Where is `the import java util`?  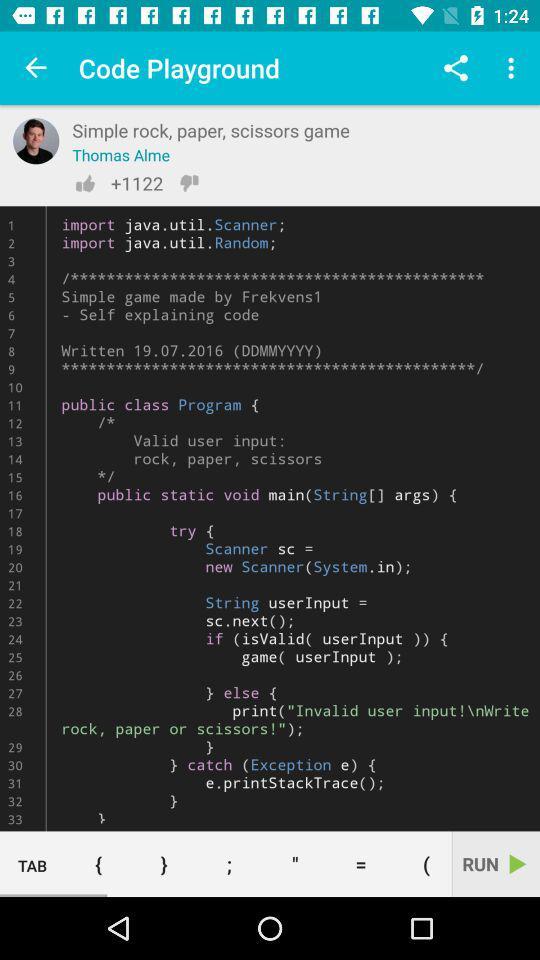
the import java util is located at coordinates (270, 517).